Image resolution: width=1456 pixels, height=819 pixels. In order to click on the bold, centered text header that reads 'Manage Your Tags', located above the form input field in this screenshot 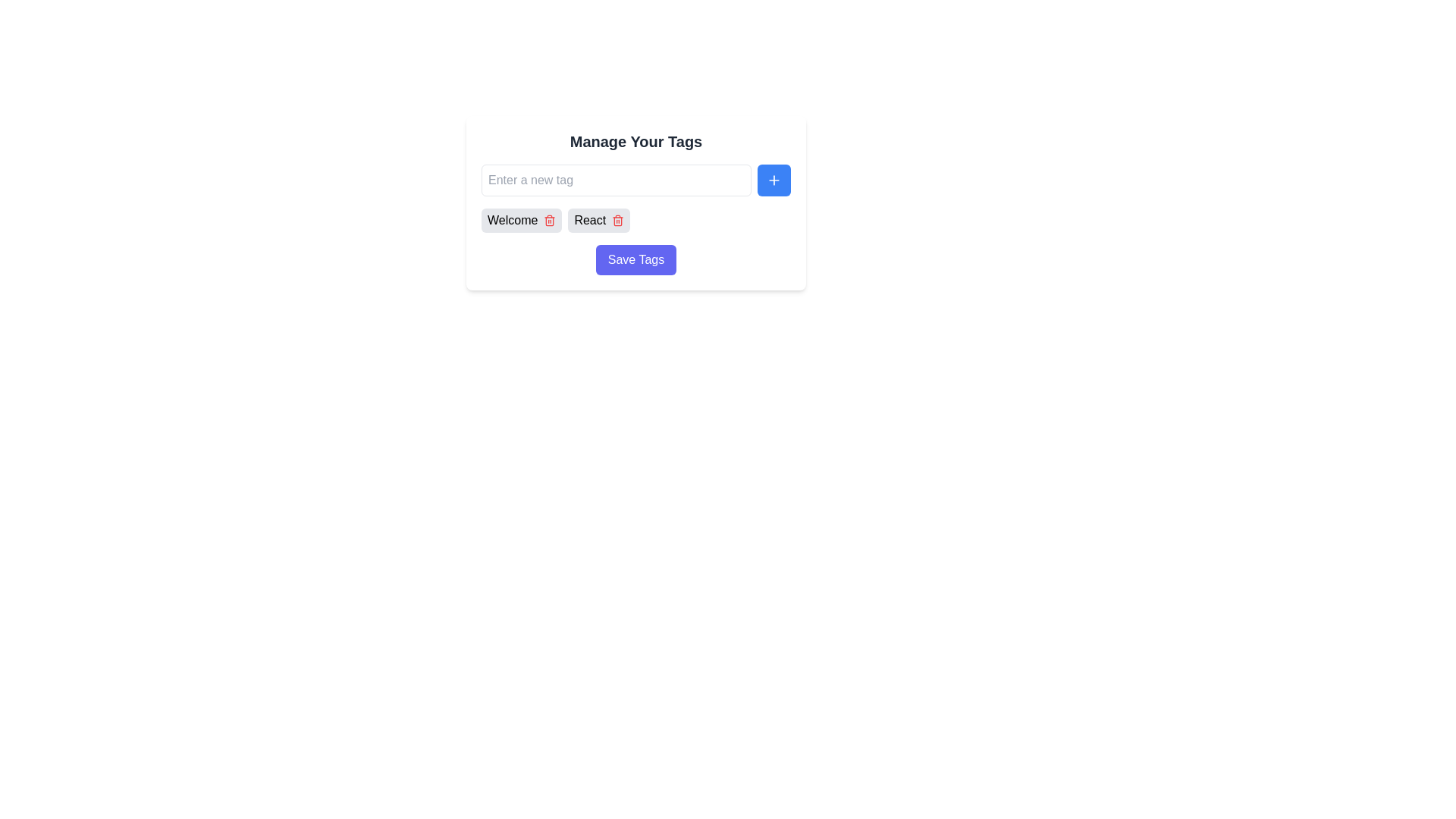, I will do `click(636, 141)`.